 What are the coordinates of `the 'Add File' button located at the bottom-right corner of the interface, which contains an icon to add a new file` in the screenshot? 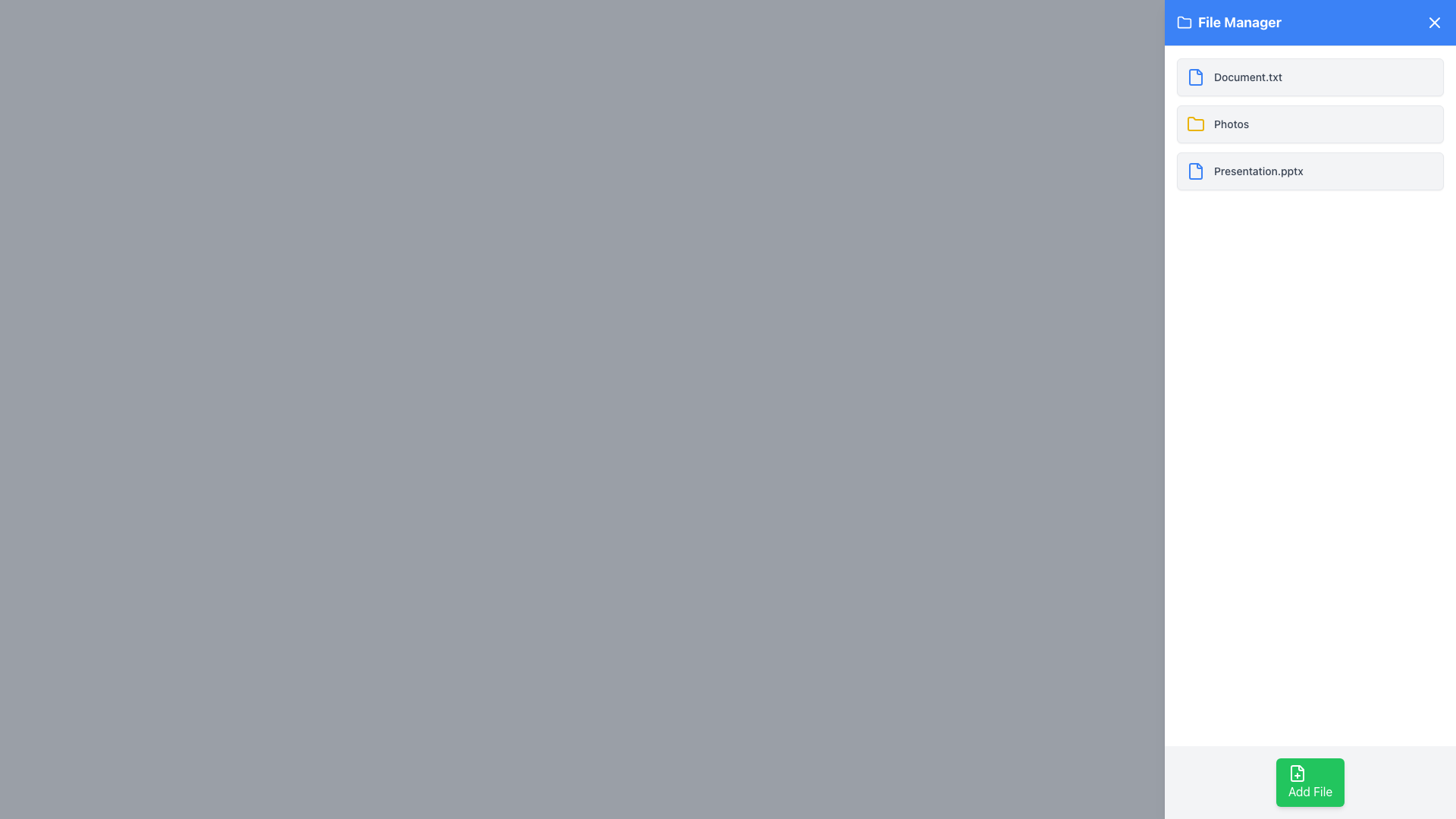 It's located at (1296, 773).